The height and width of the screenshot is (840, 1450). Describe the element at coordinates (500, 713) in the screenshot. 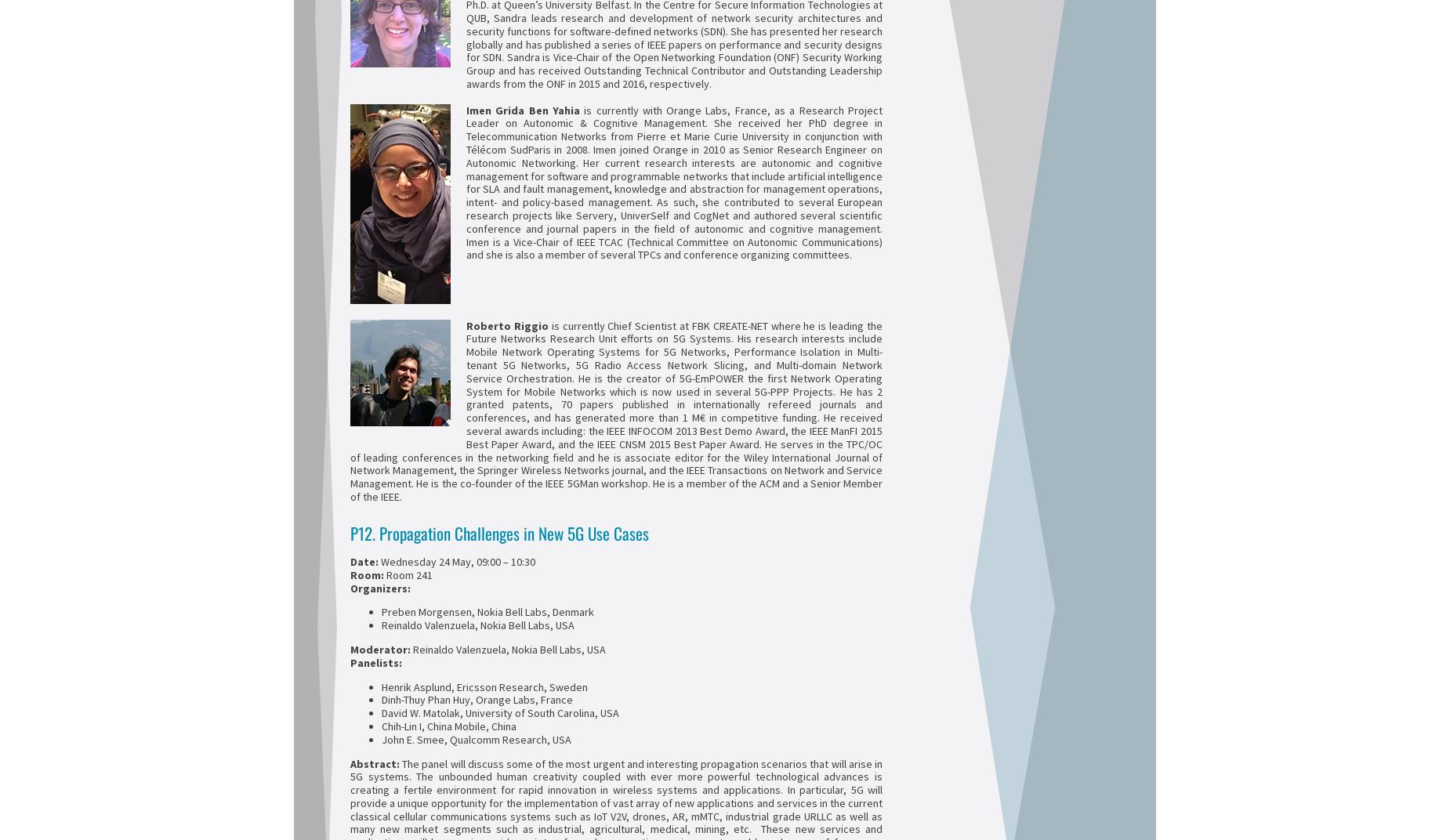

I see `'David W. Matolak, University of South Carolina, USA'` at that location.